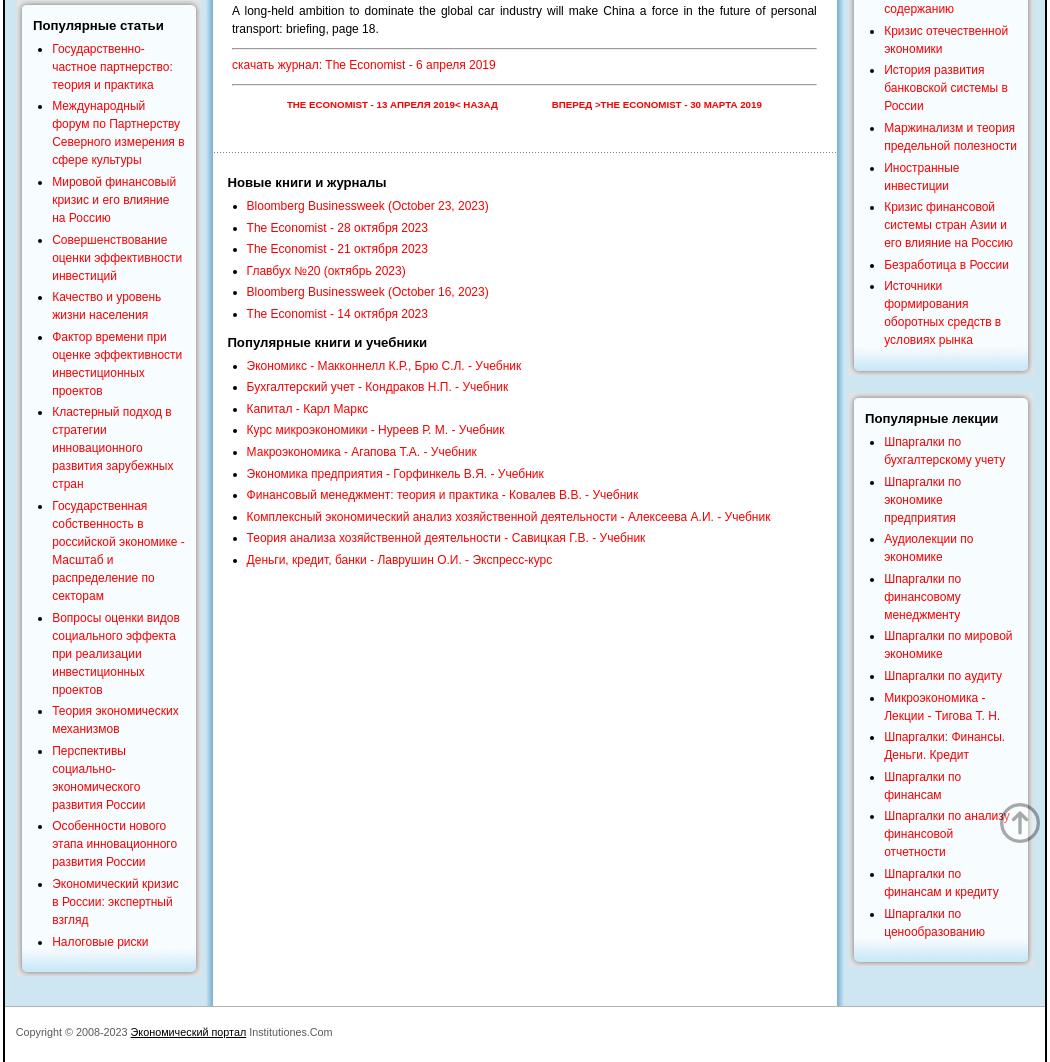  I want to click on 'Капитал - Карл Маркс', so click(307, 407).